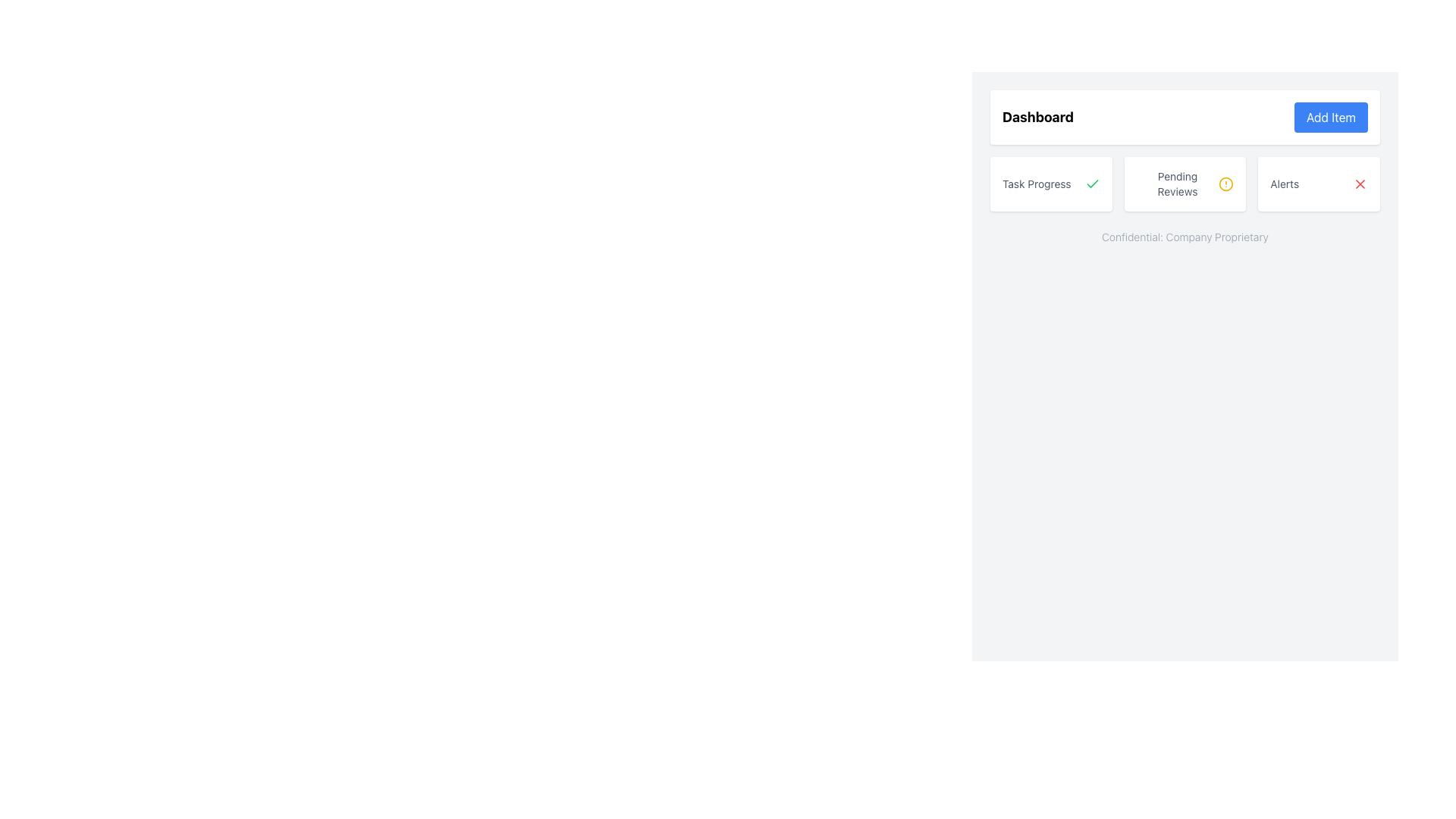  Describe the element at coordinates (1185, 184) in the screenshot. I see `the informational card or status indicator in the middle column` at that location.